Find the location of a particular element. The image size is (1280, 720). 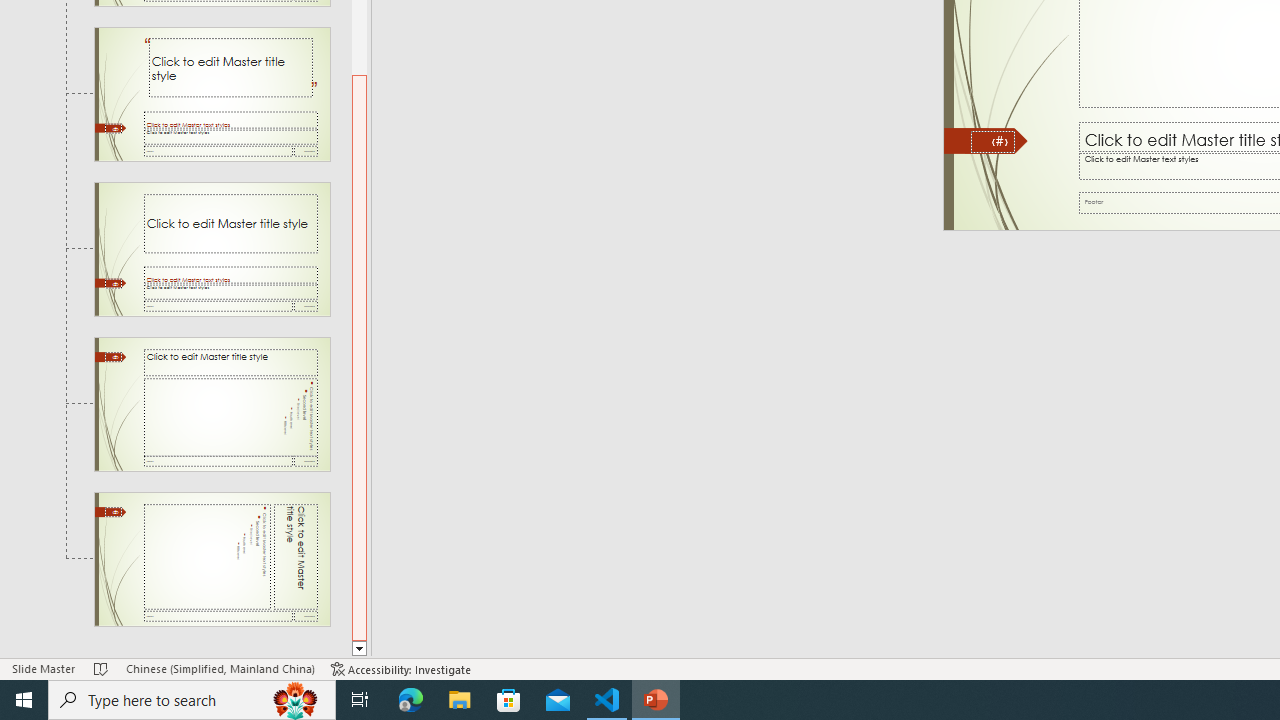

'Slide True or False Layout: used by no slides' is located at coordinates (212, 248).